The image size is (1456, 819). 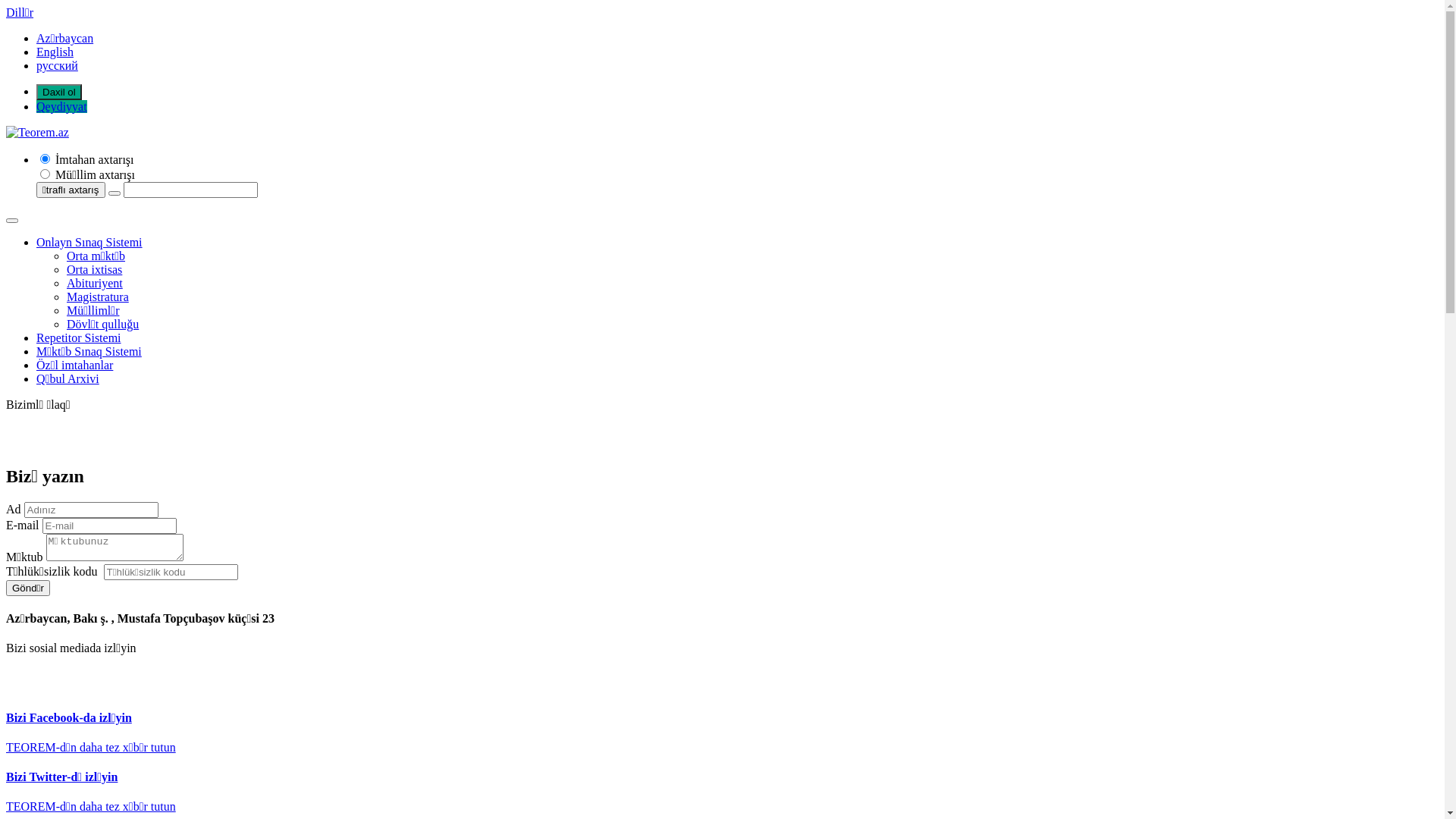 I want to click on 'Qeydiyyat', so click(x=61, y=105).